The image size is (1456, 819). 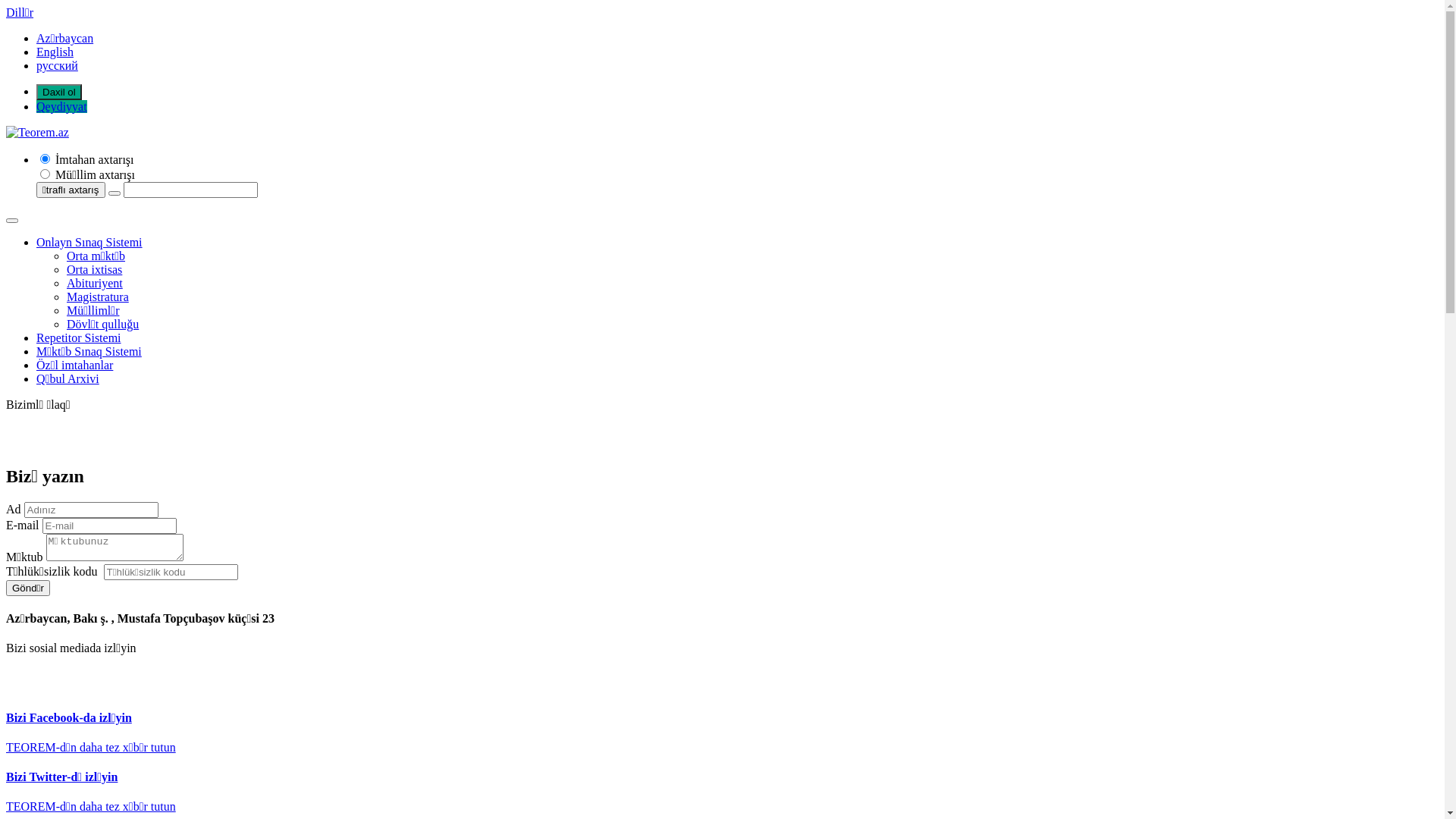 I want to click on 'Qeydiyyat', so click(x=61, y=105).